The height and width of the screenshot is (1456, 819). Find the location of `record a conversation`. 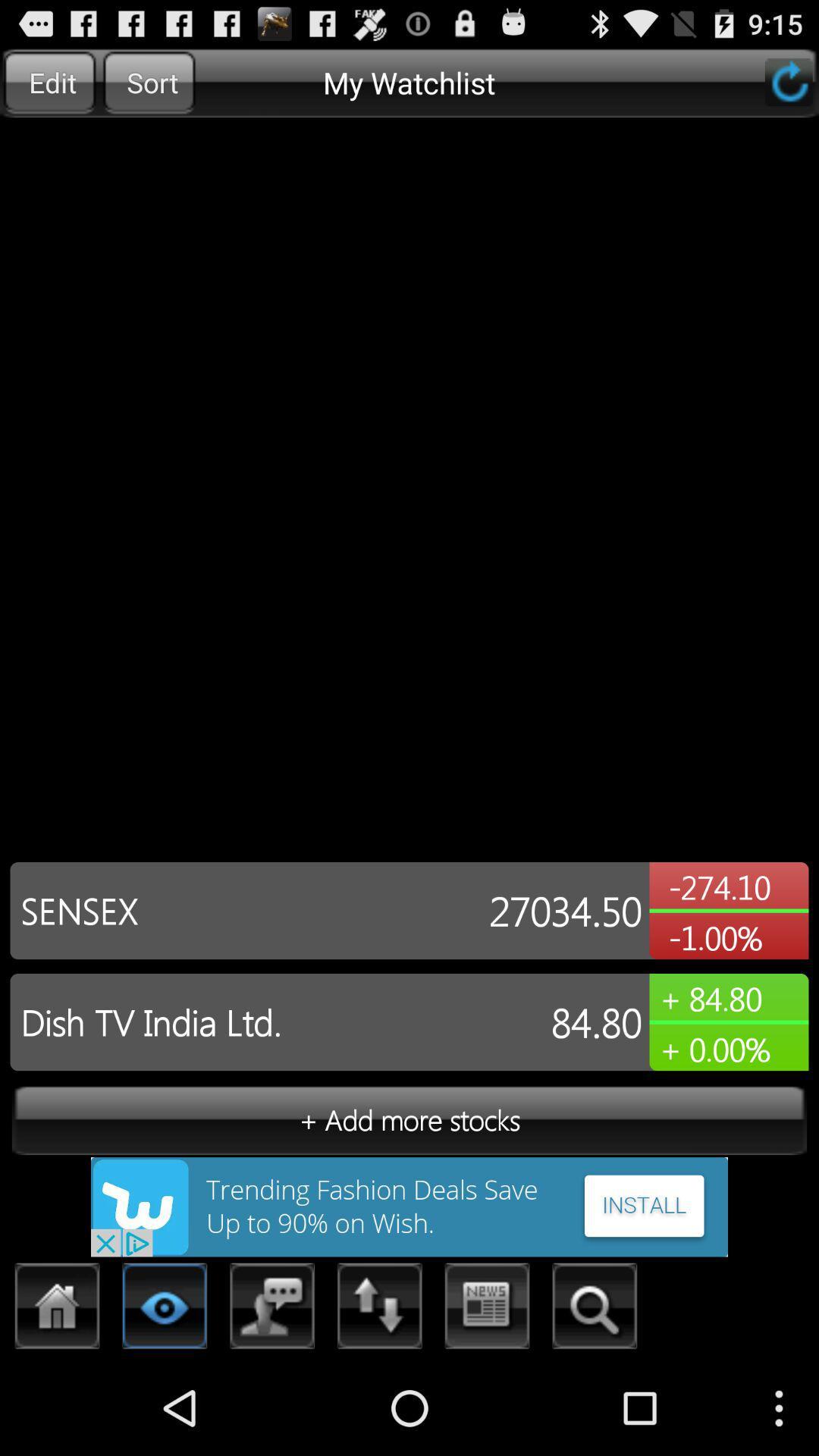

record a conversation is located at coordinates (271, 1310).